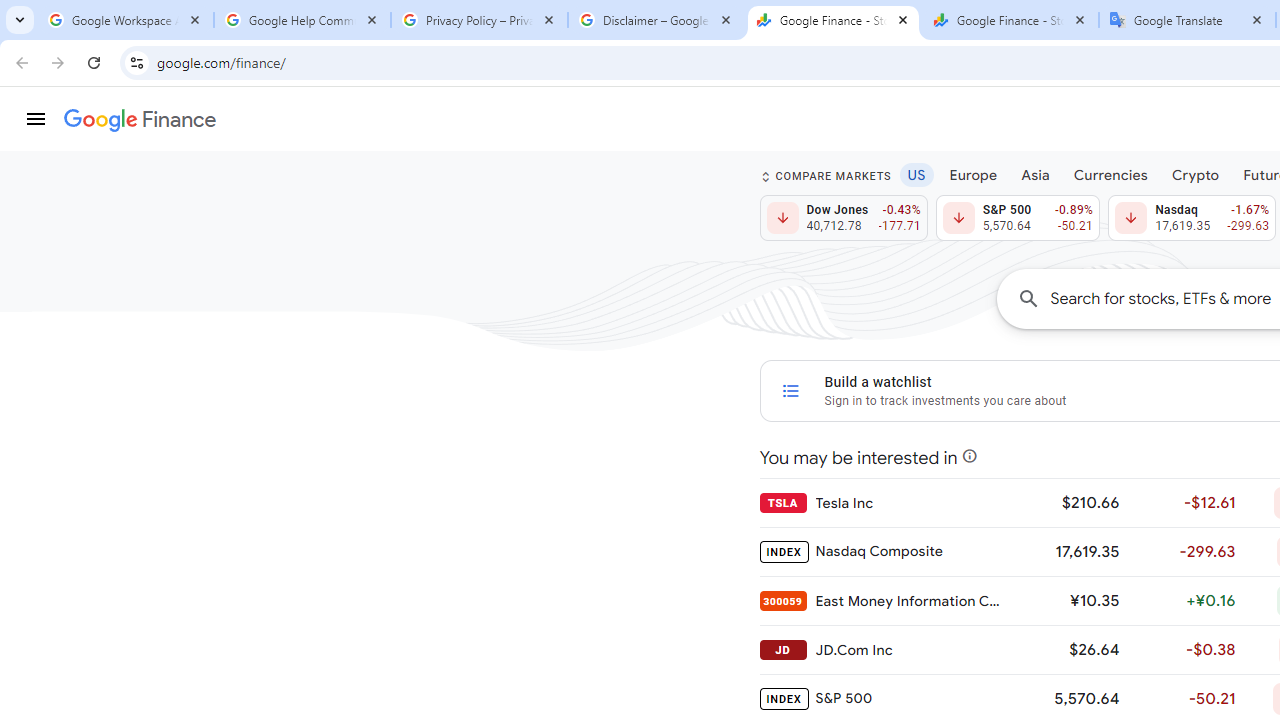 Image resolution: width=1280 pixels, height=720 pixels. Describe the element at coordinates (1035, 173) in the screenshot. I see `'Asia'` at that location.